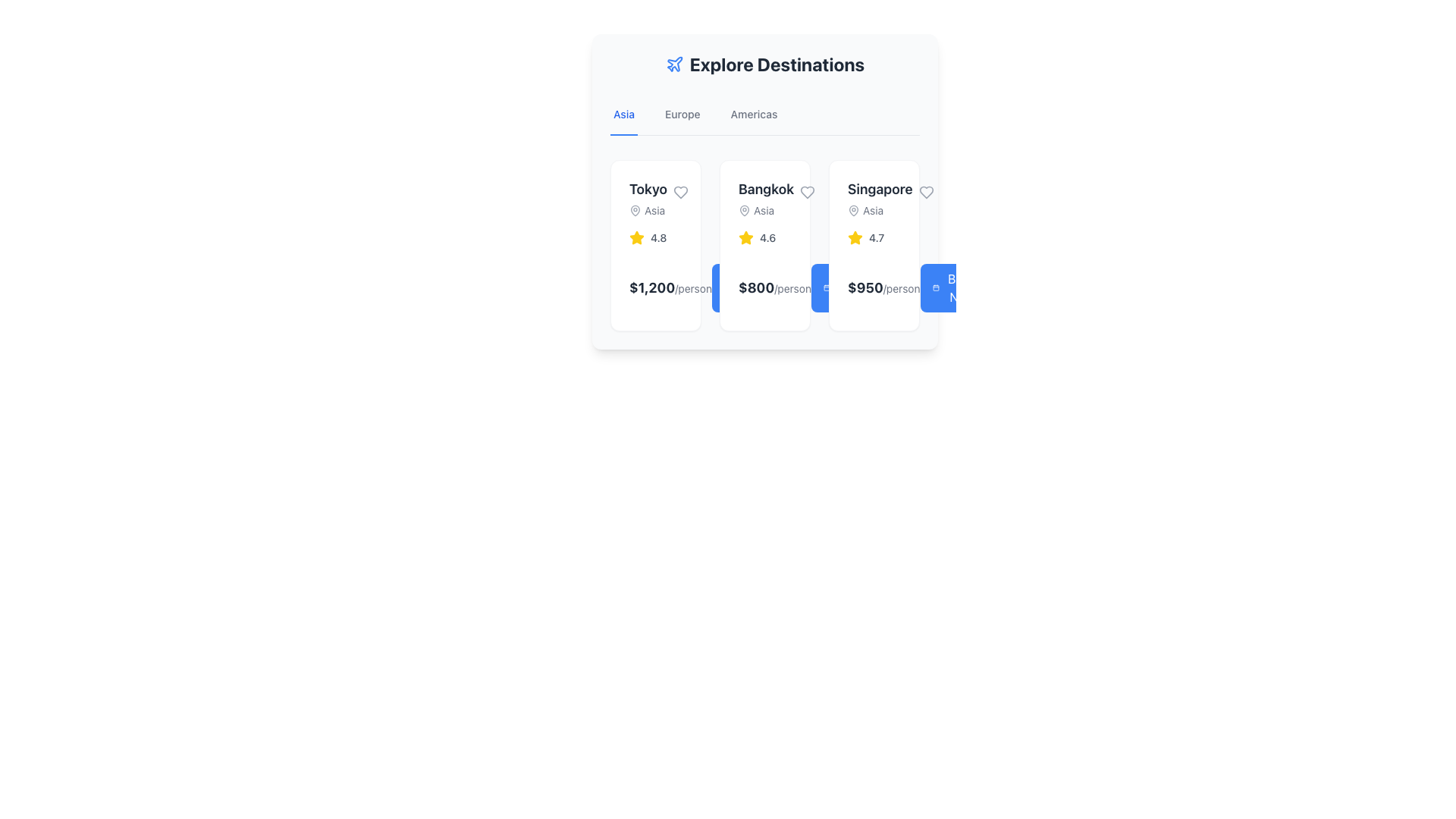 The image size is (1456, 819). Describe the element at coordinates (655, 198) in the screenshot. I see `the Display label containing the text 'Tokyo' and the icon, which is prominently styled and located at the top of the leftmost card in the 'Explore Destinations' section` at that location.